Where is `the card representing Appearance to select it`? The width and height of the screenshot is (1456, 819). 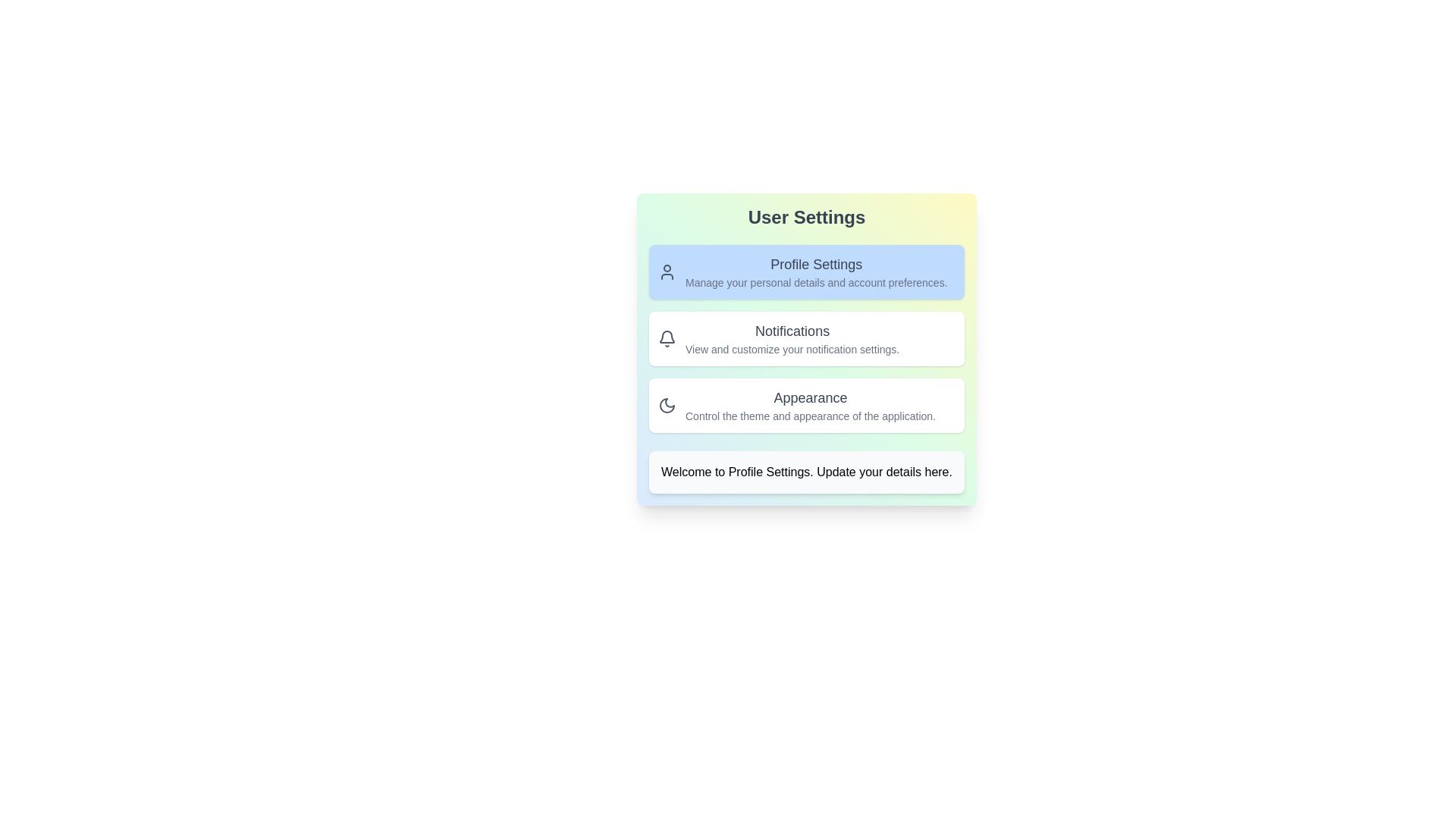
the card representing Appearance to select it is located at coordinates (806, 405).